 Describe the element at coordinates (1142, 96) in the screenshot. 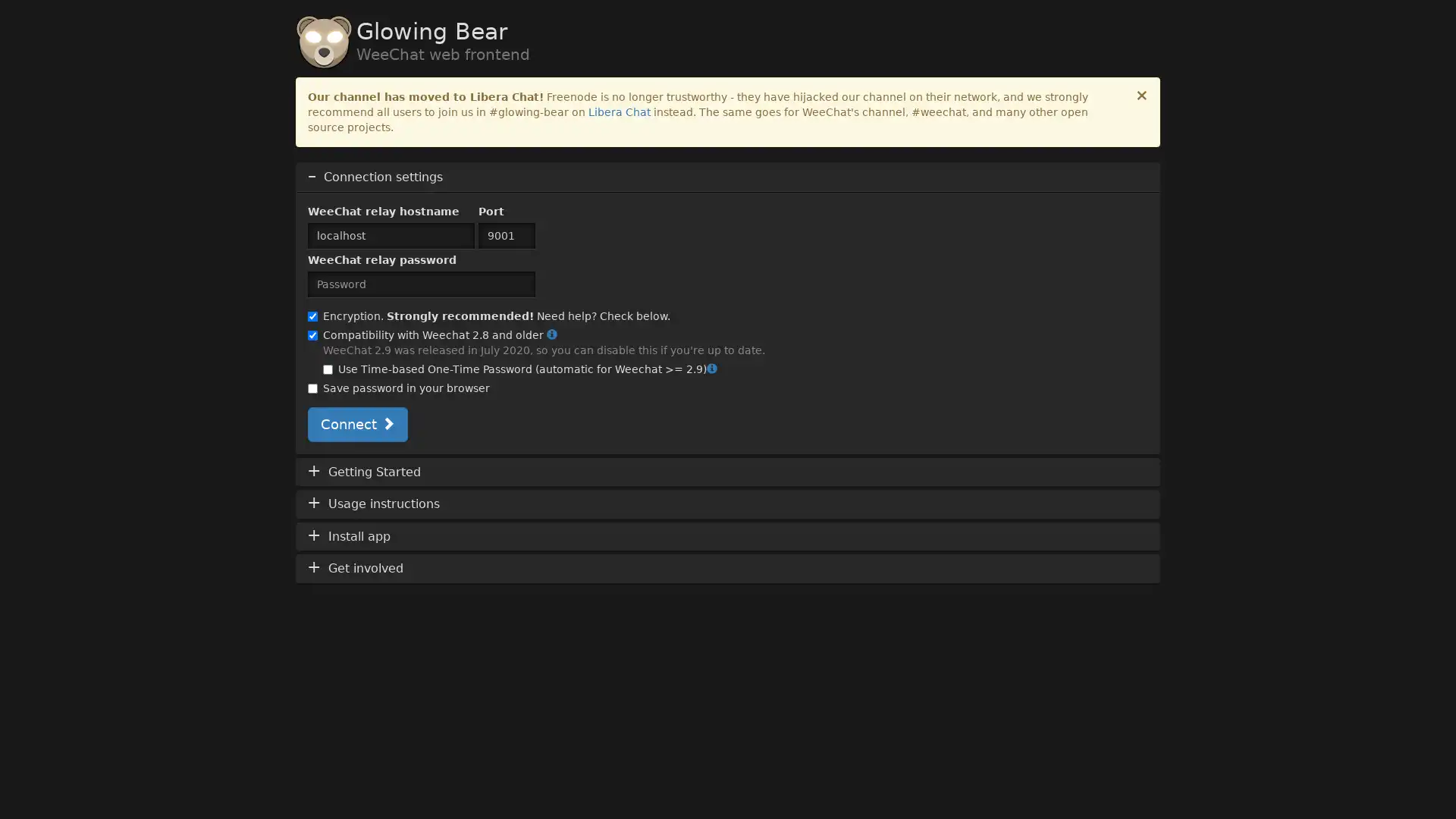

I see `Close` at that location.